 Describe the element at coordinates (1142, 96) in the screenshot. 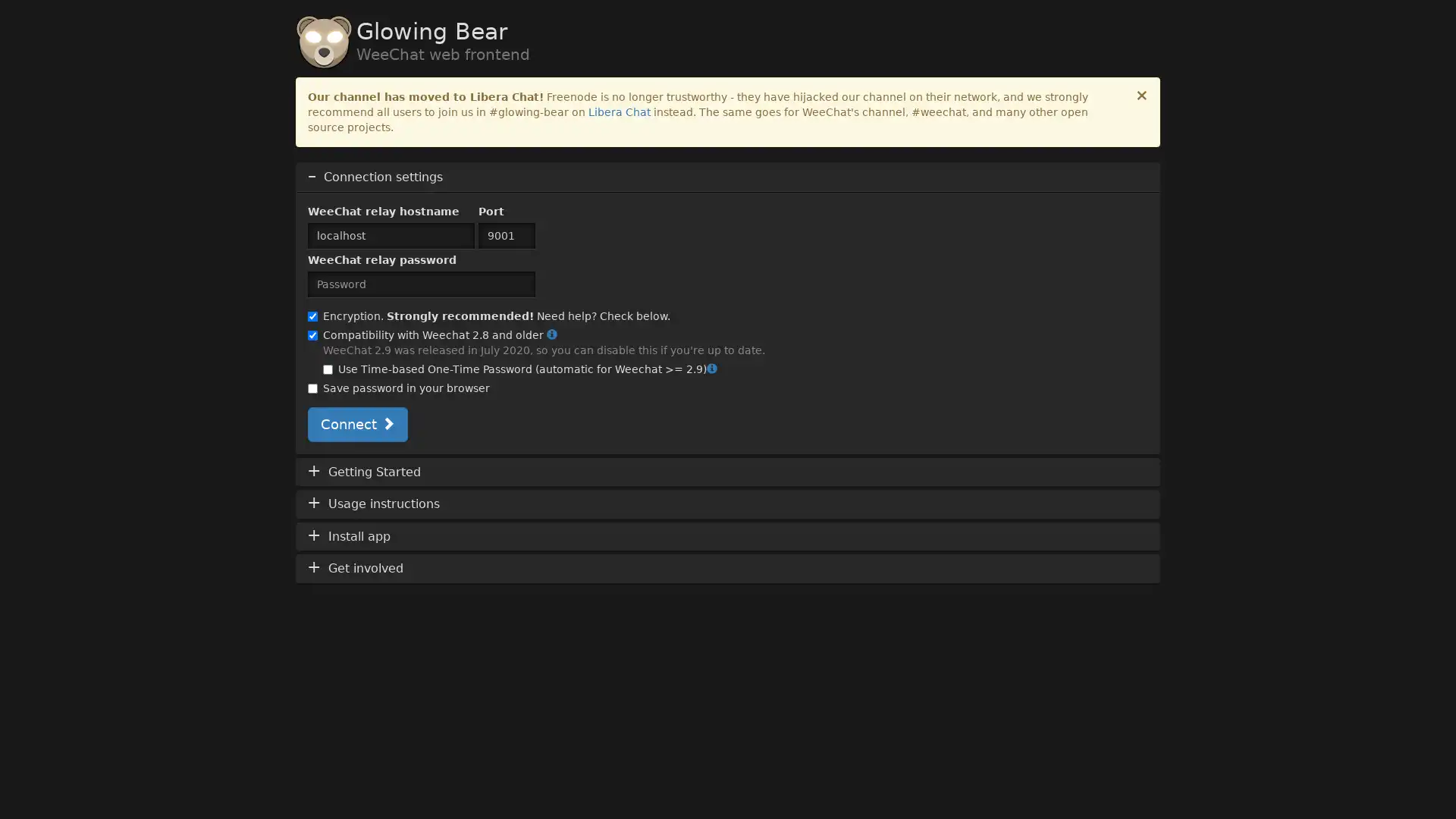

I see `Close` at that location.